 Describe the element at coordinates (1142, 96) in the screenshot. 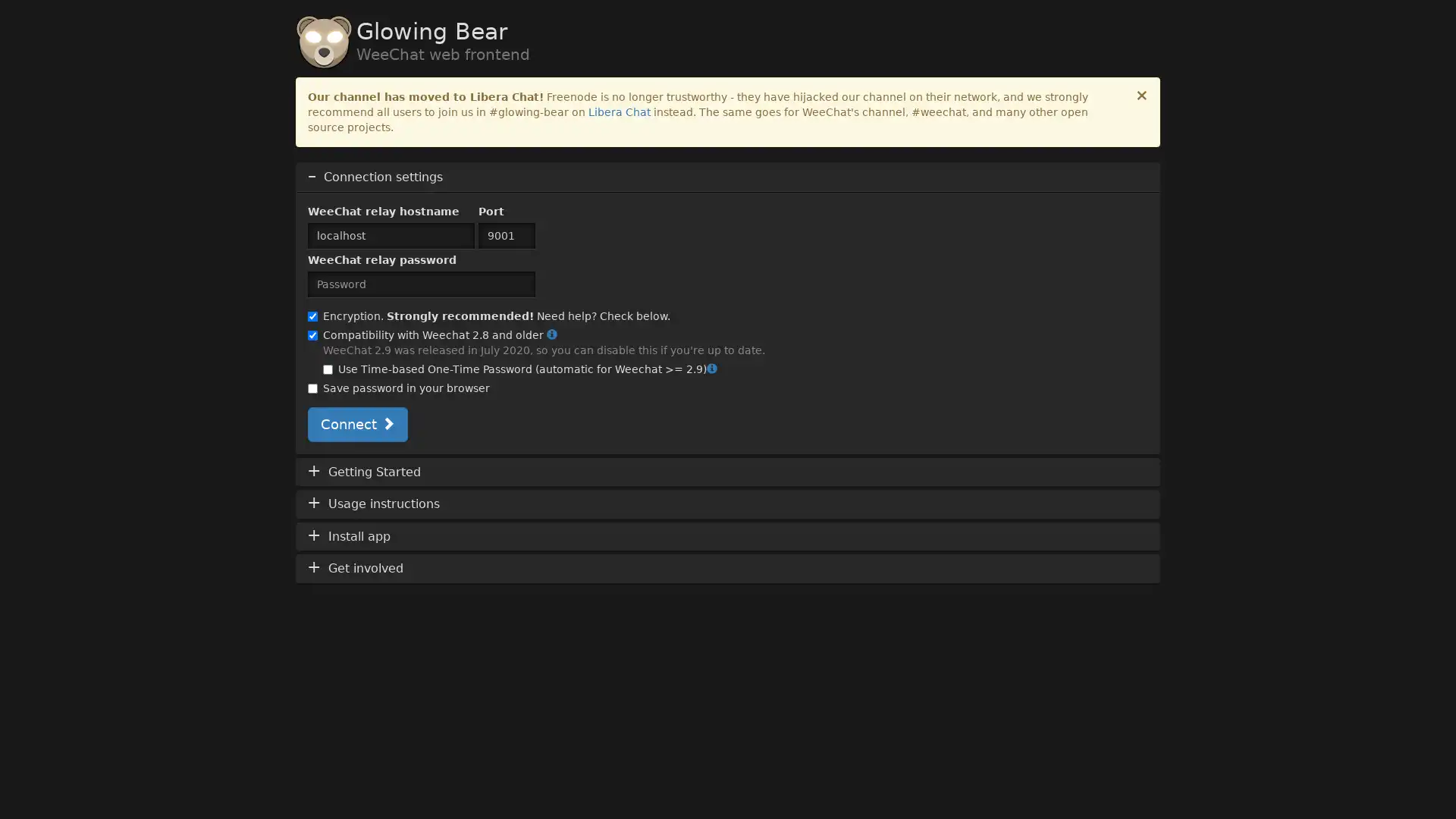

I see `Close` at that location.